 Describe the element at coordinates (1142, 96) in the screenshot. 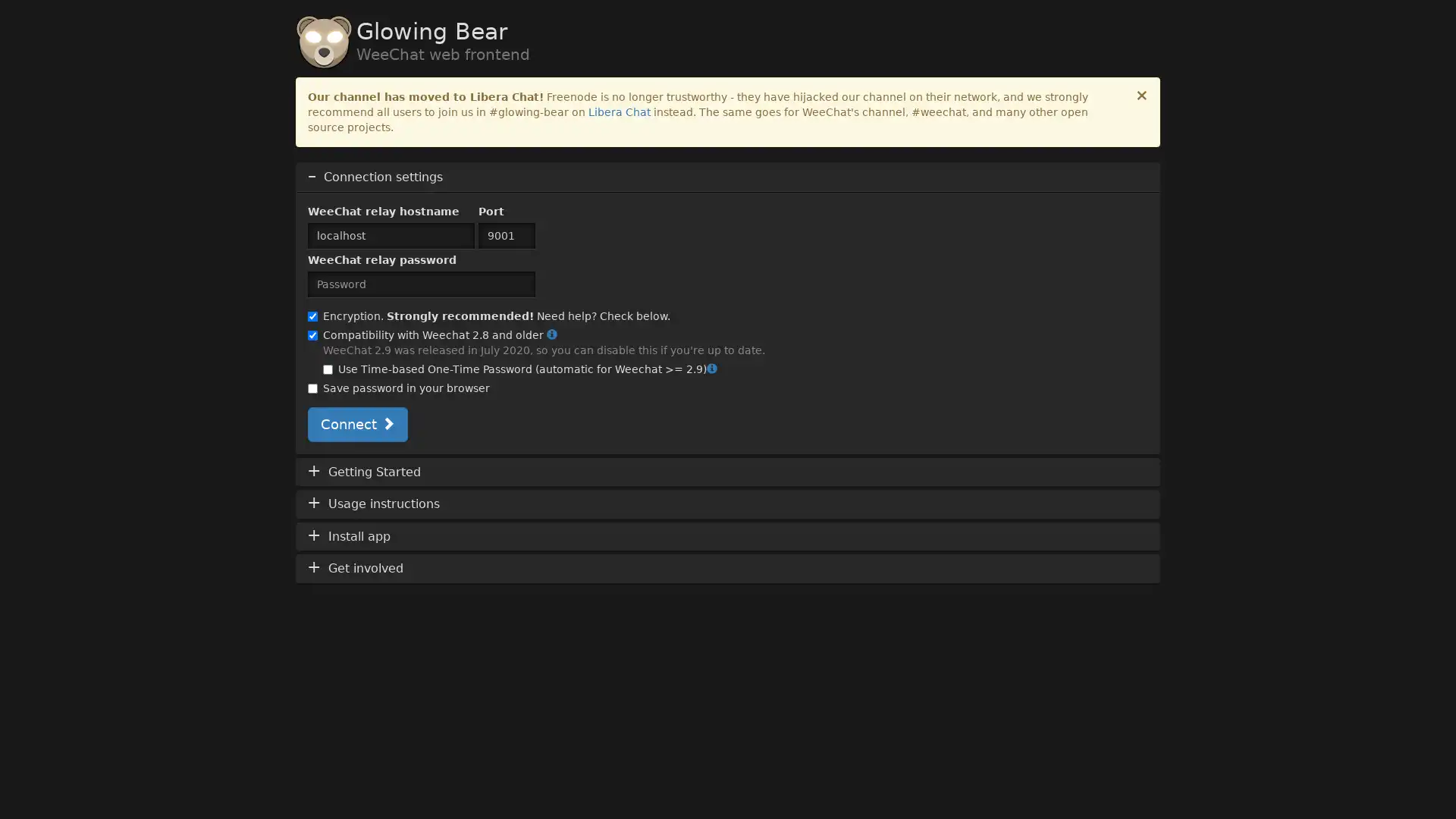

I see `Close` at that location.